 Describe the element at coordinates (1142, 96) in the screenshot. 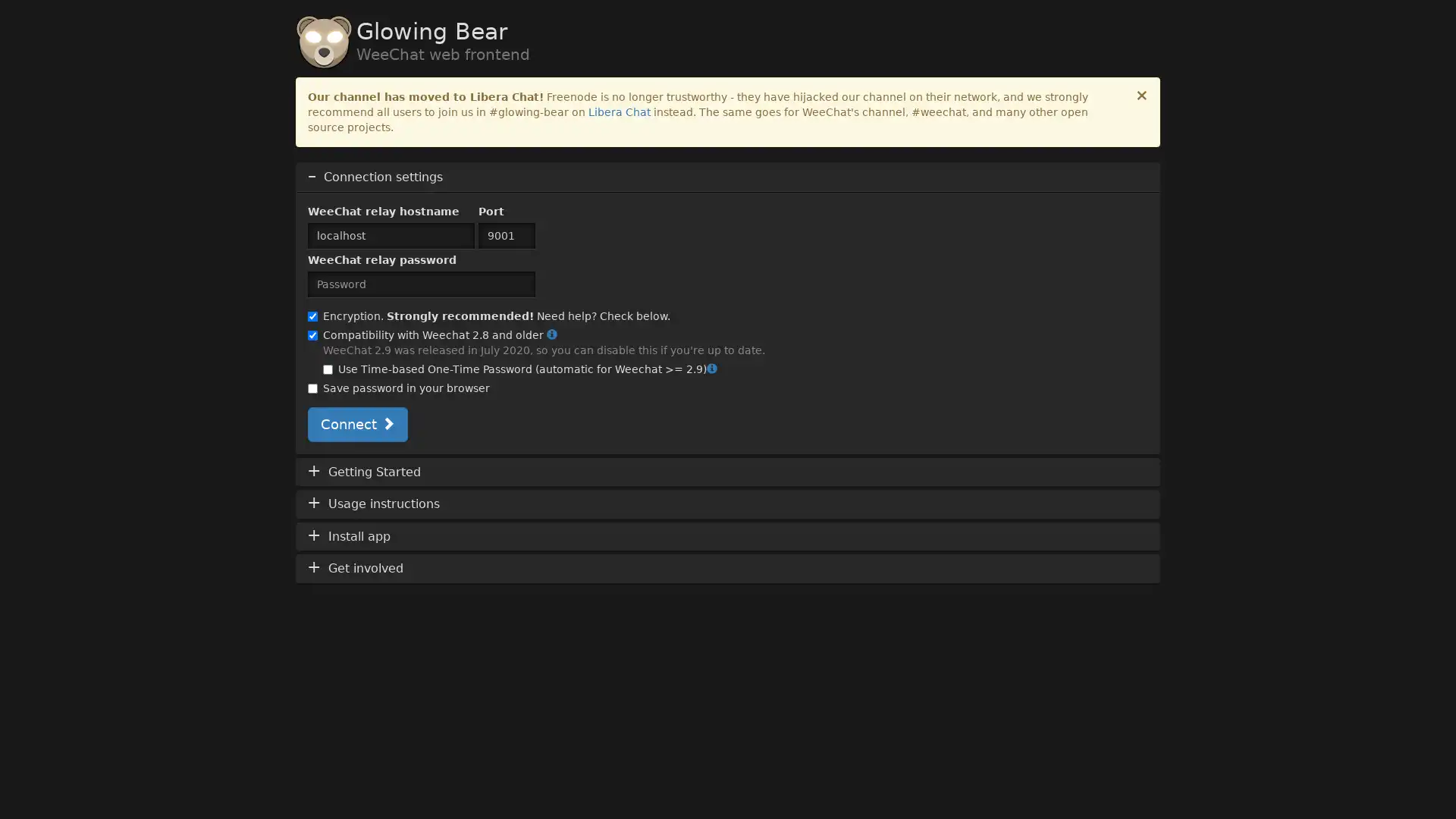

I see `Close` at that location.